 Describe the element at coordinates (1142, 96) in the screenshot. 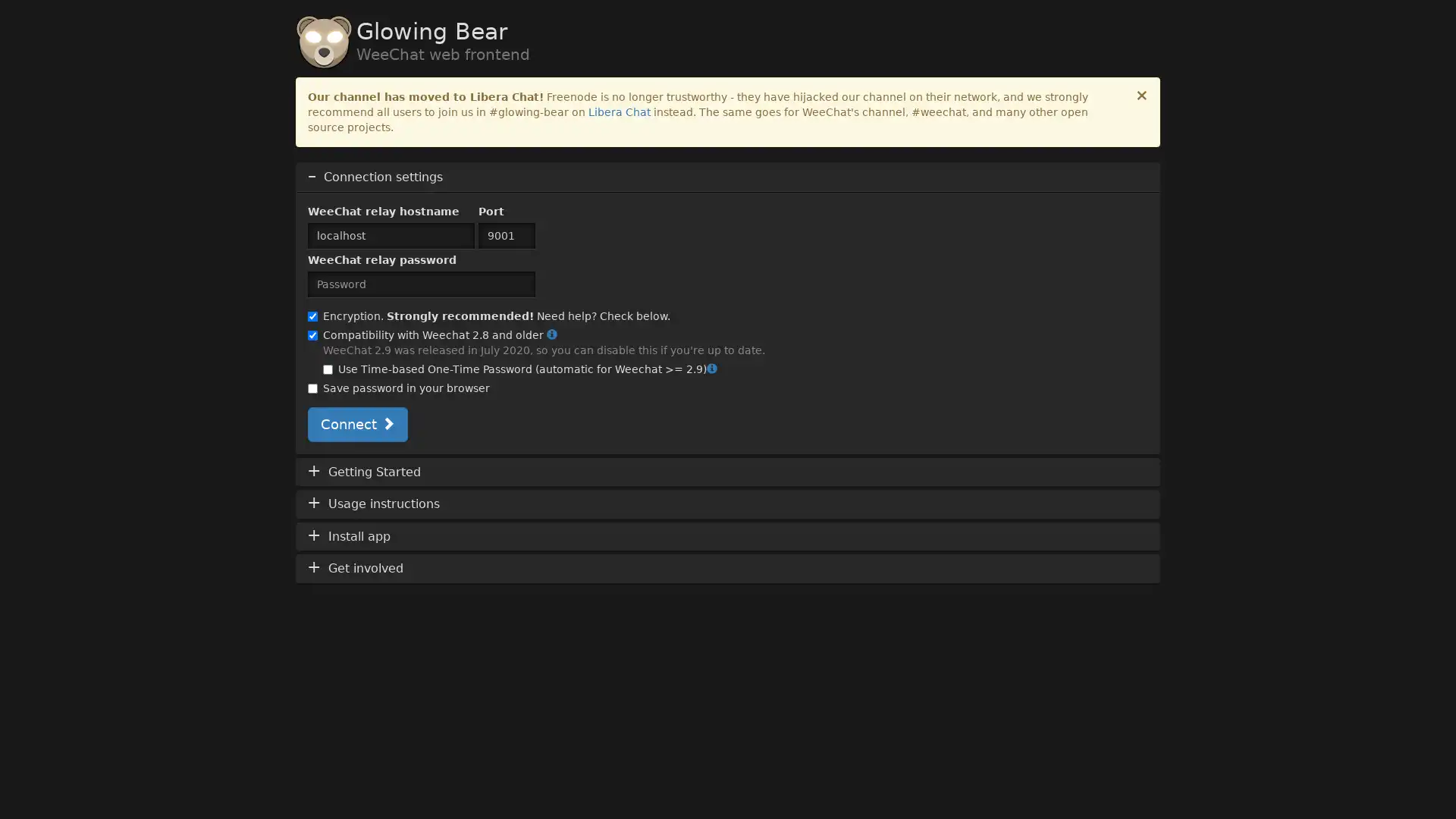

I see `Close` at that location.